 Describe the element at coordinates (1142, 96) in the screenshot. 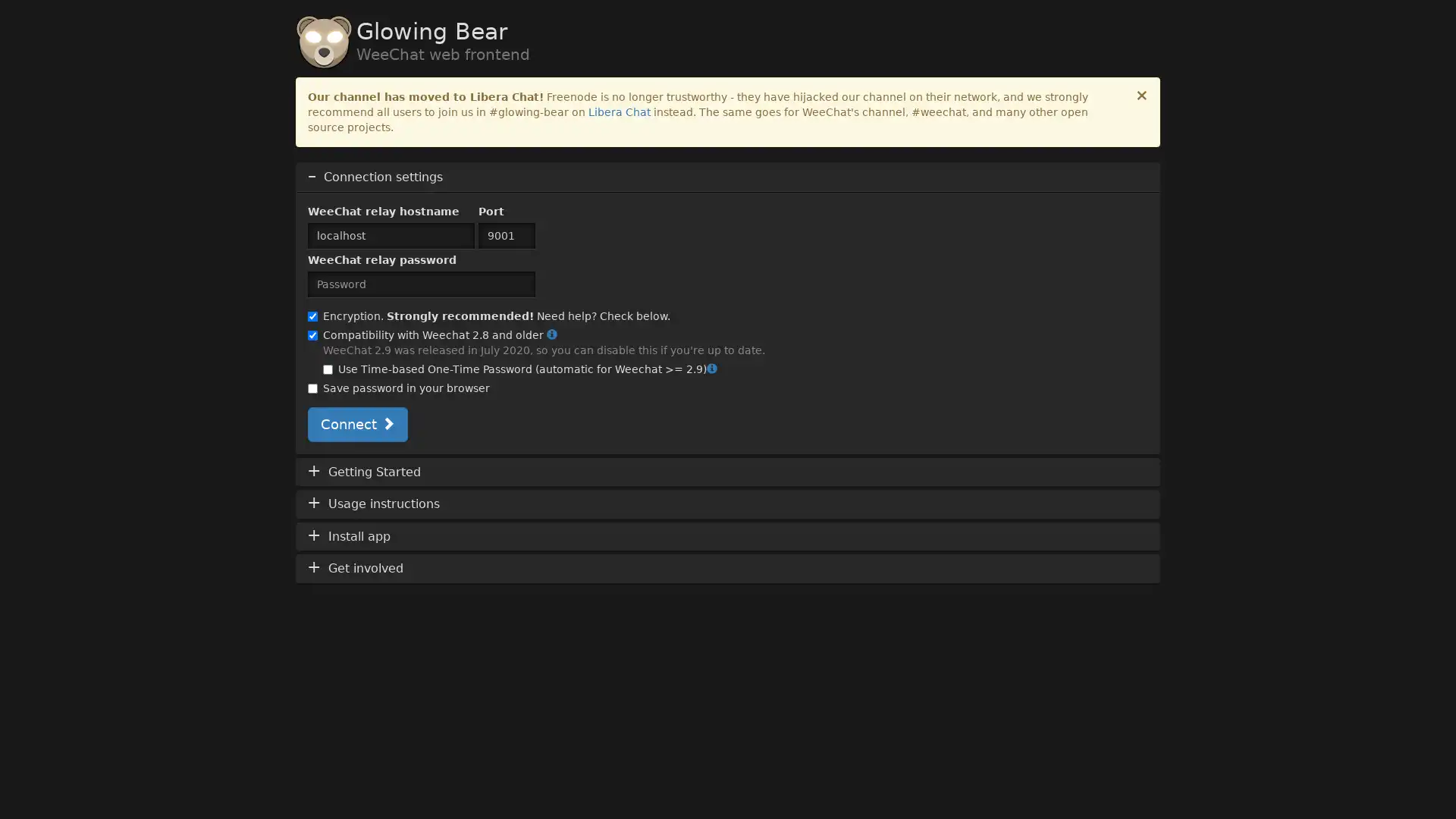

I see `Close` at that location.